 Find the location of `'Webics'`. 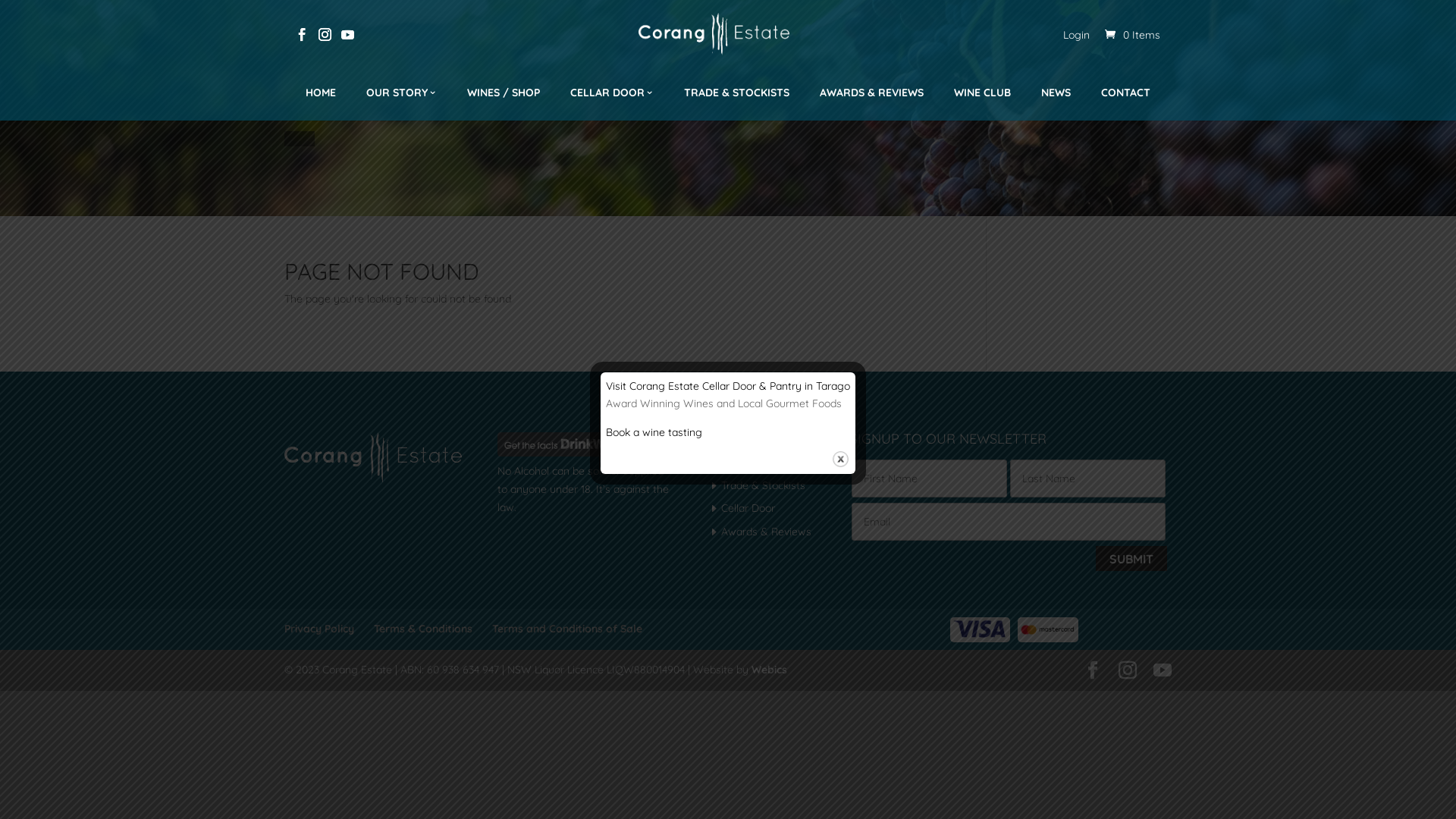

'Webics' is located at coordinates (769, 669).